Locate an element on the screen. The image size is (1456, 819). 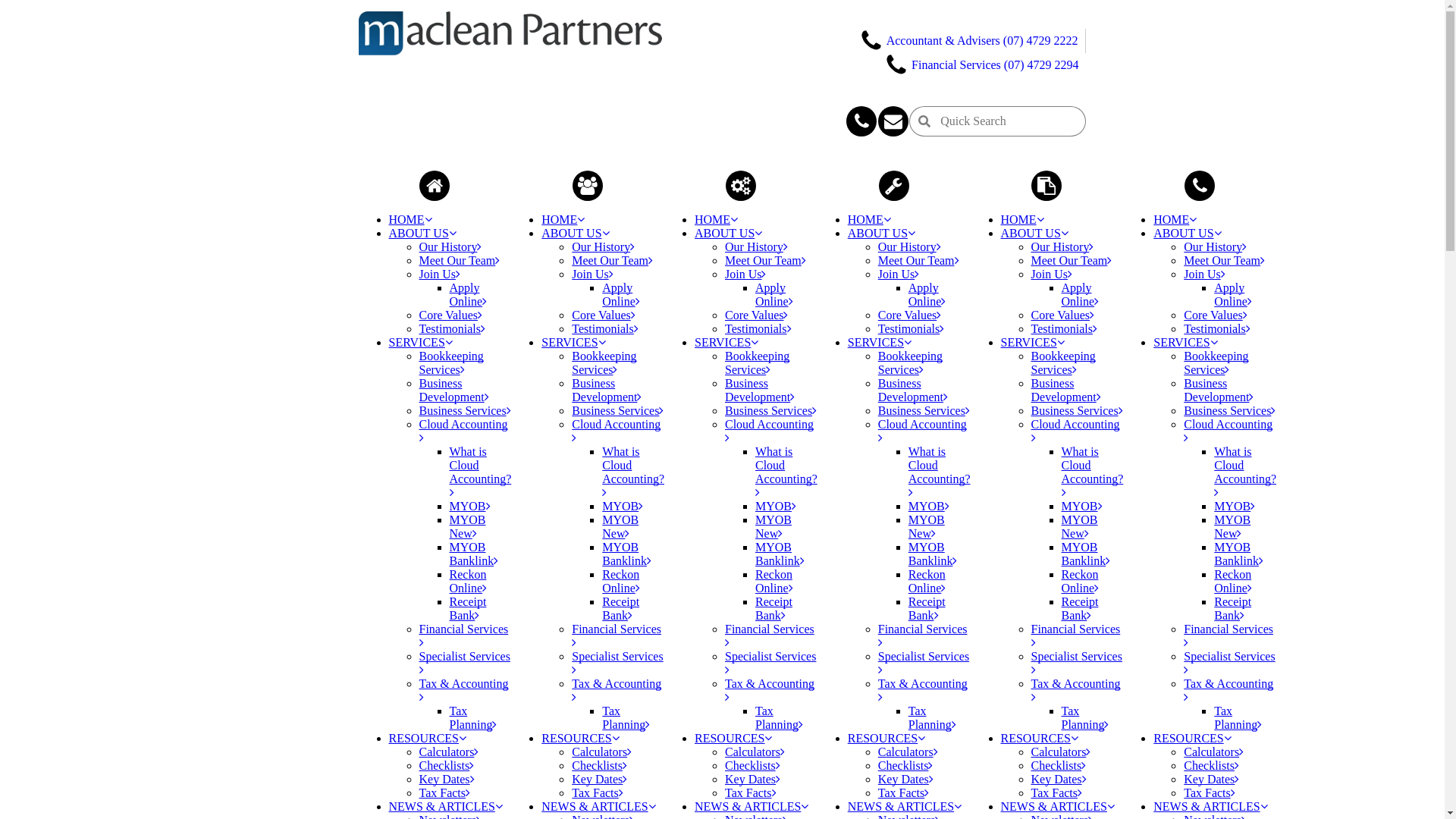
'Tax & Accounting' is located at coordinates (1228, 690).